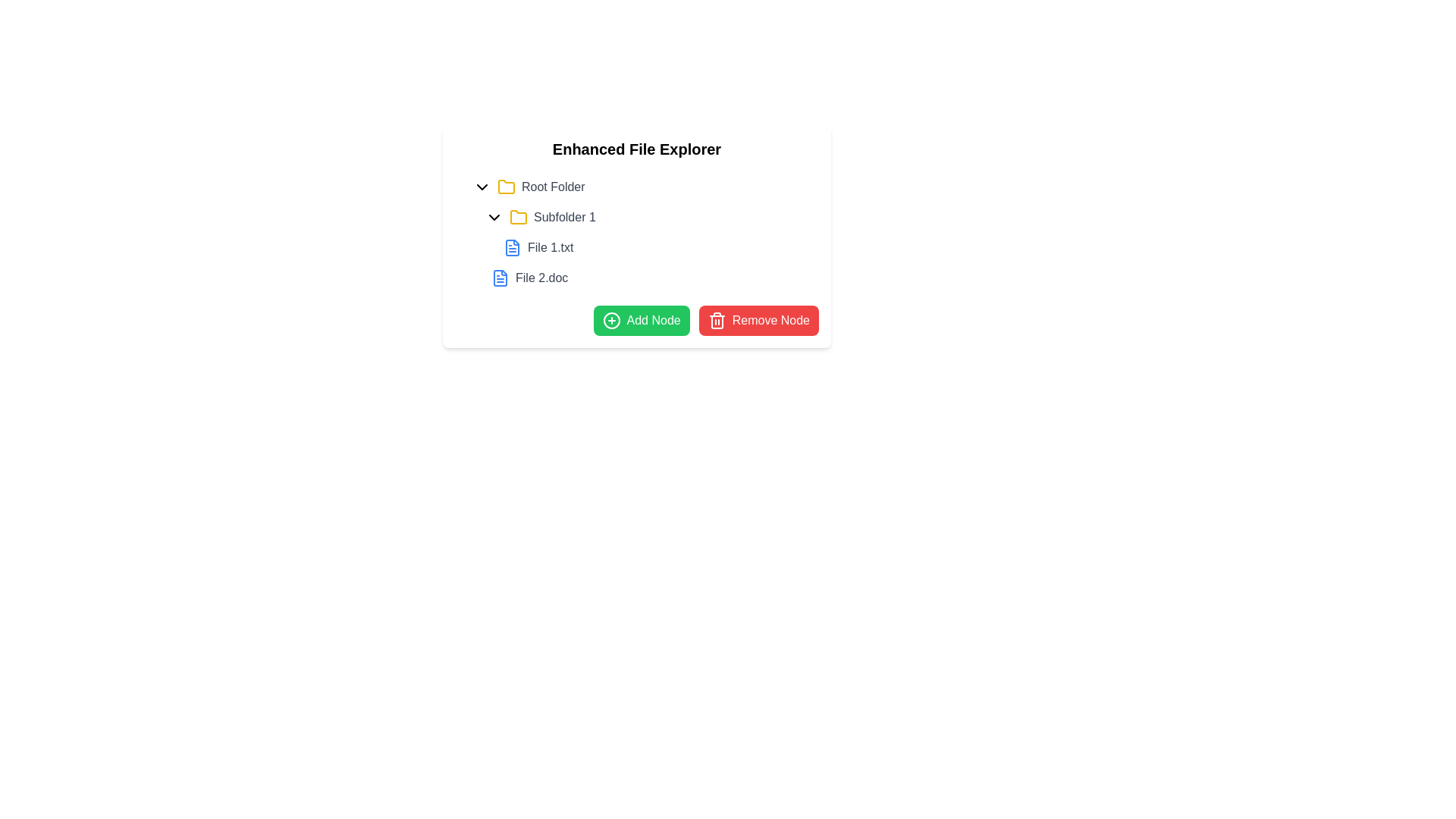 This screenshot has height=819, width=1456. Describe the element at coordinates (552, 186) in the screenshot. I see `the label displaying the name 'Root Folder' in the Enhanced File Explorer, located to the right of the yellow folder icon` at that location.